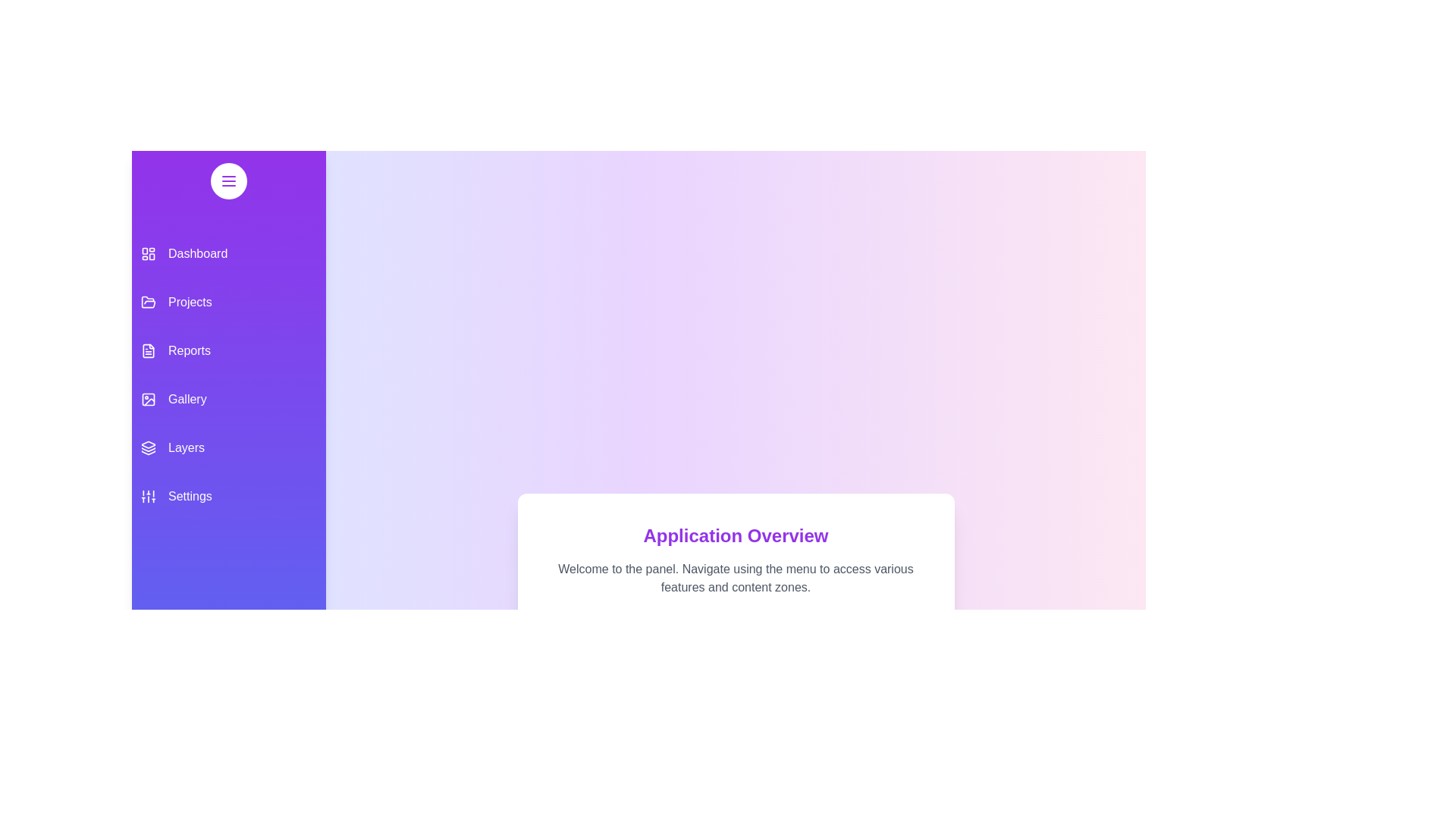  I want to click on the menu item corresponding to Gallery, so click(228, 399).